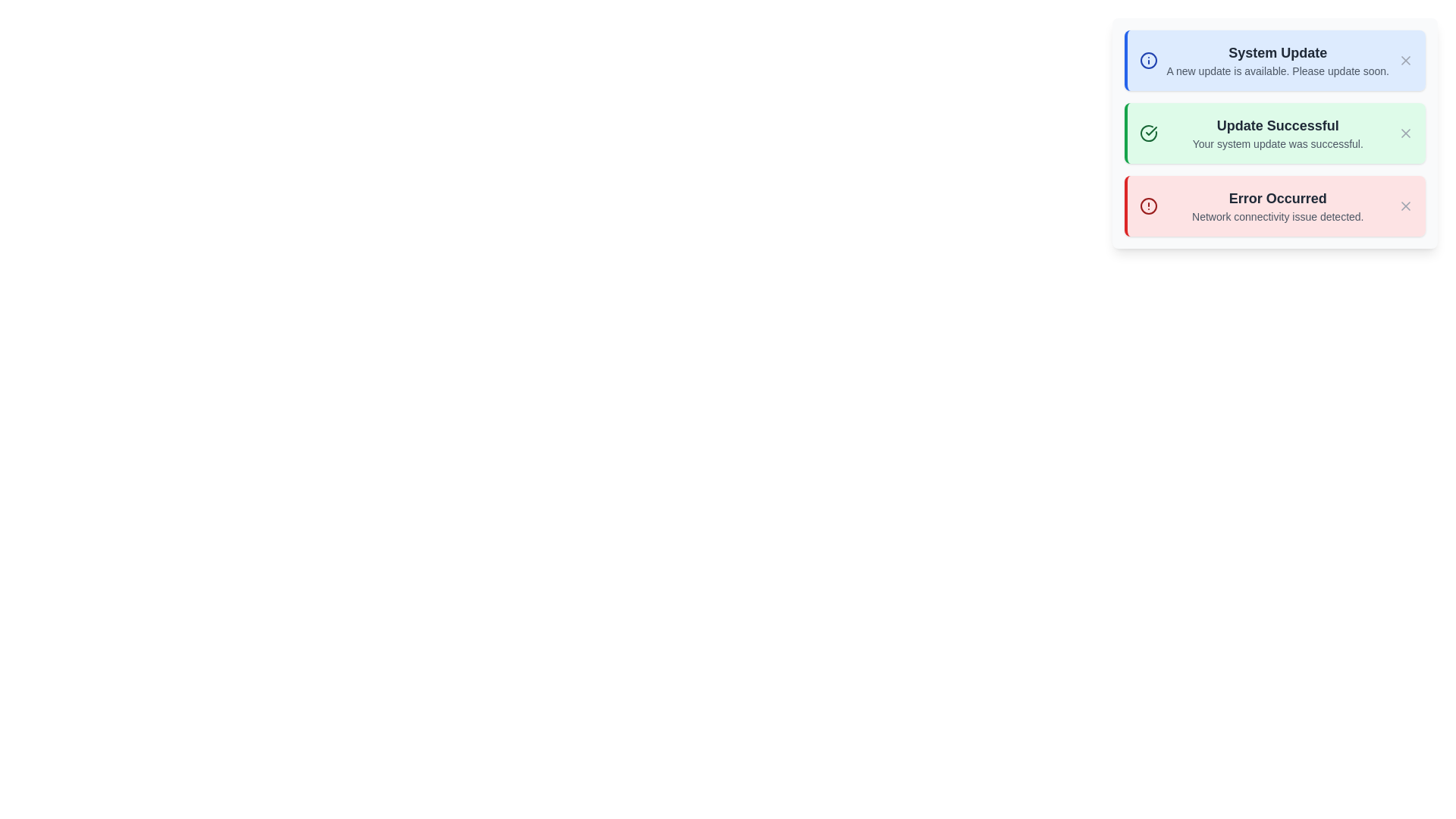 The width and height of the screenshot is (1456, 819). What do you see at coordinates (1404, 133) in the screenshot?
I see `close button of the notification with the title Update Successful` at bounding box center [1404, 133].